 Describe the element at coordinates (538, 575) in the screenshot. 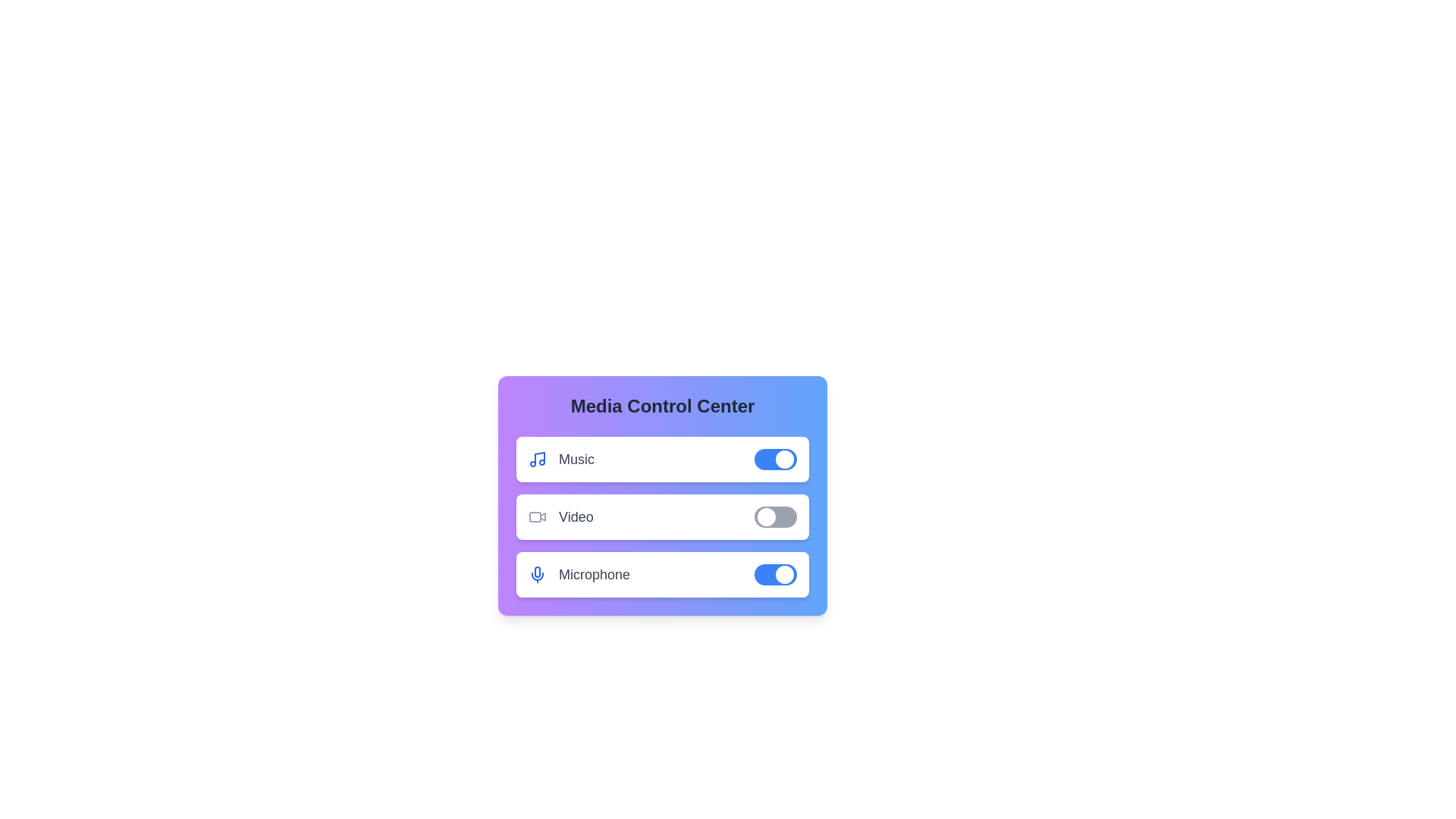

I see `the icon representing the Microphone control` at that location.